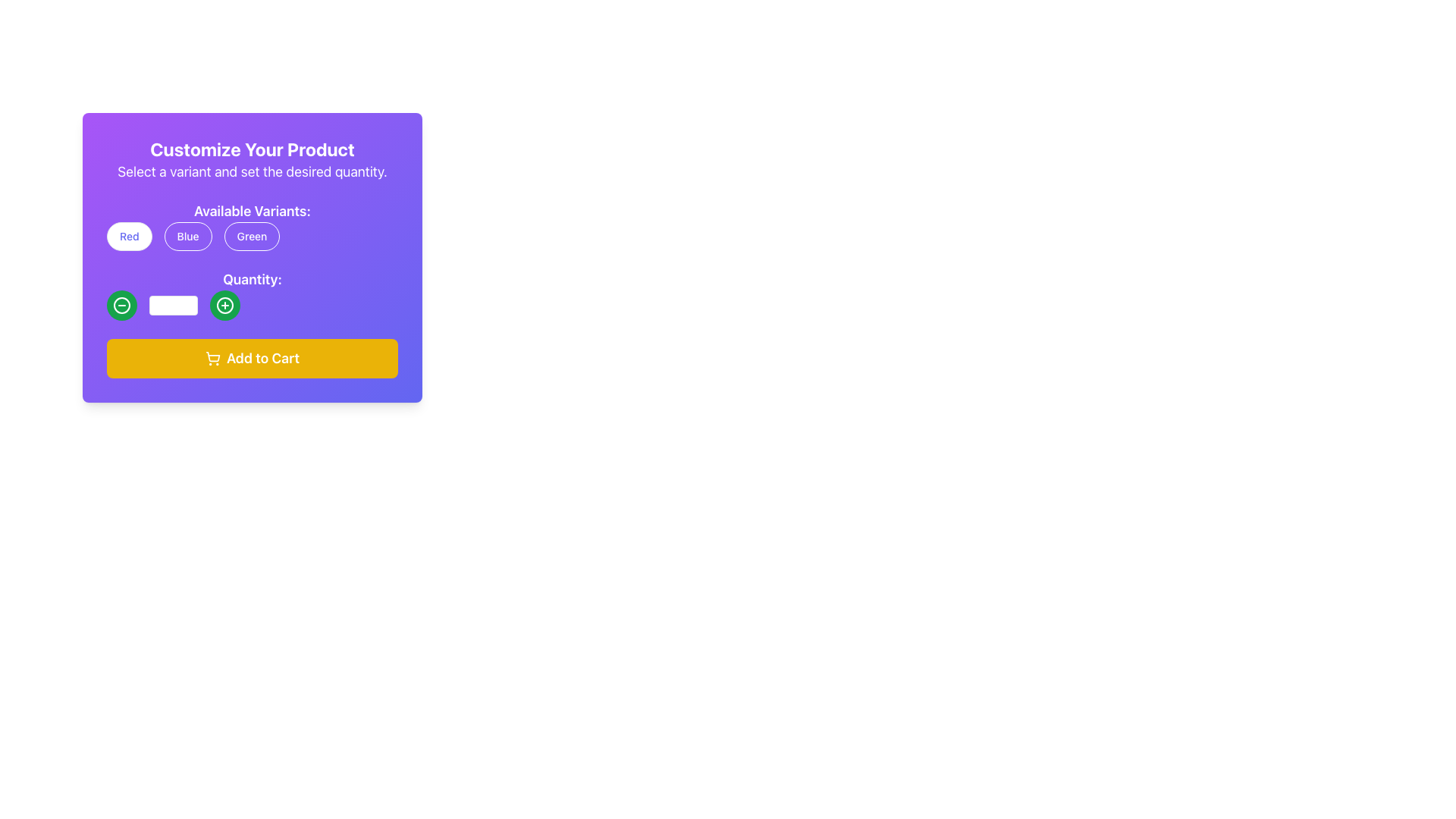 This screenshot has height=819, width=1456. I want to click on the increment button located on the right side of the 'Quantity' section to increase the quantity value, so click(224, 305).